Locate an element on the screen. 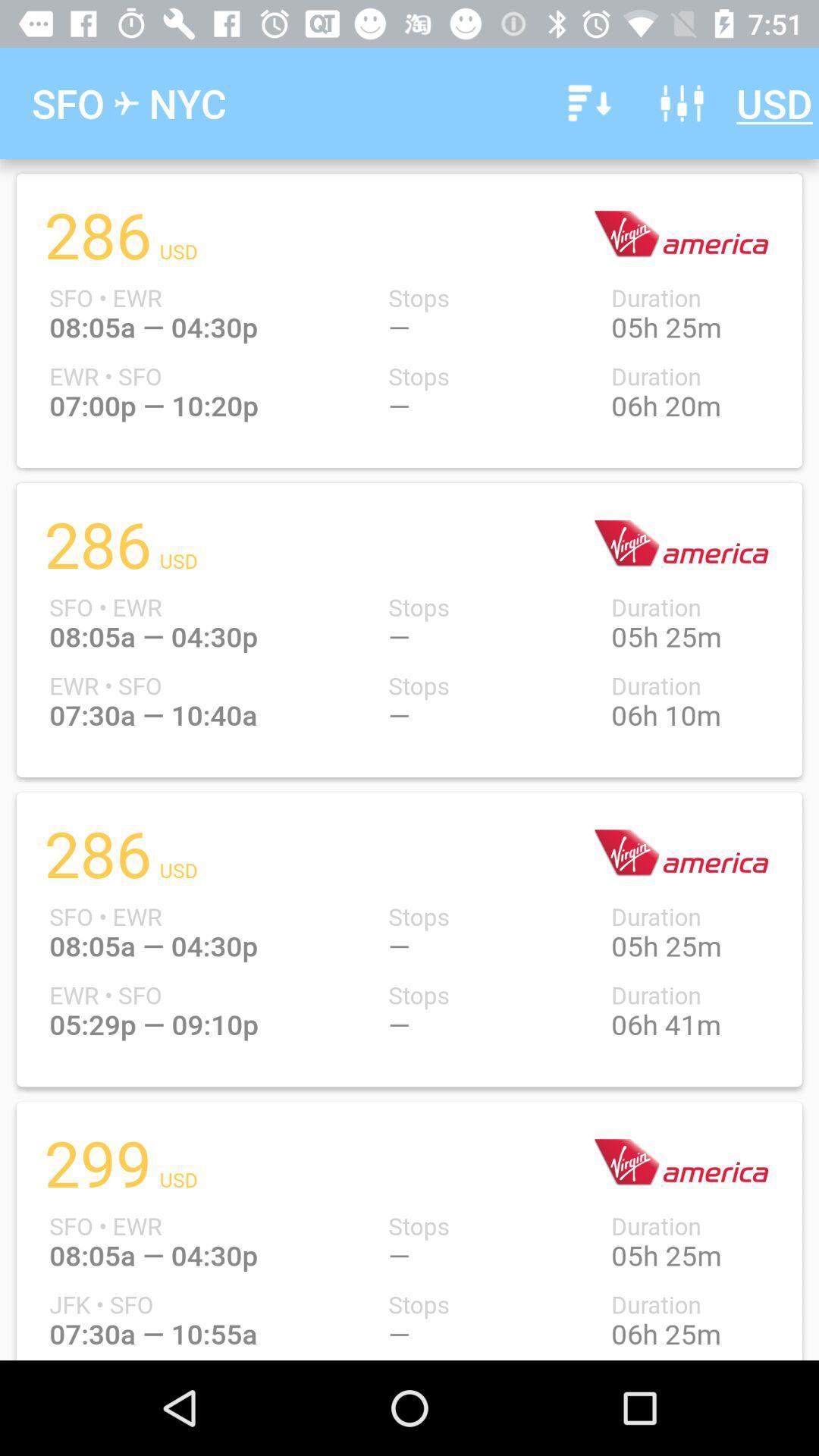 This screenshot has height=1456, width=819. the item next to the nyc item is located at coordinates (586, 102).